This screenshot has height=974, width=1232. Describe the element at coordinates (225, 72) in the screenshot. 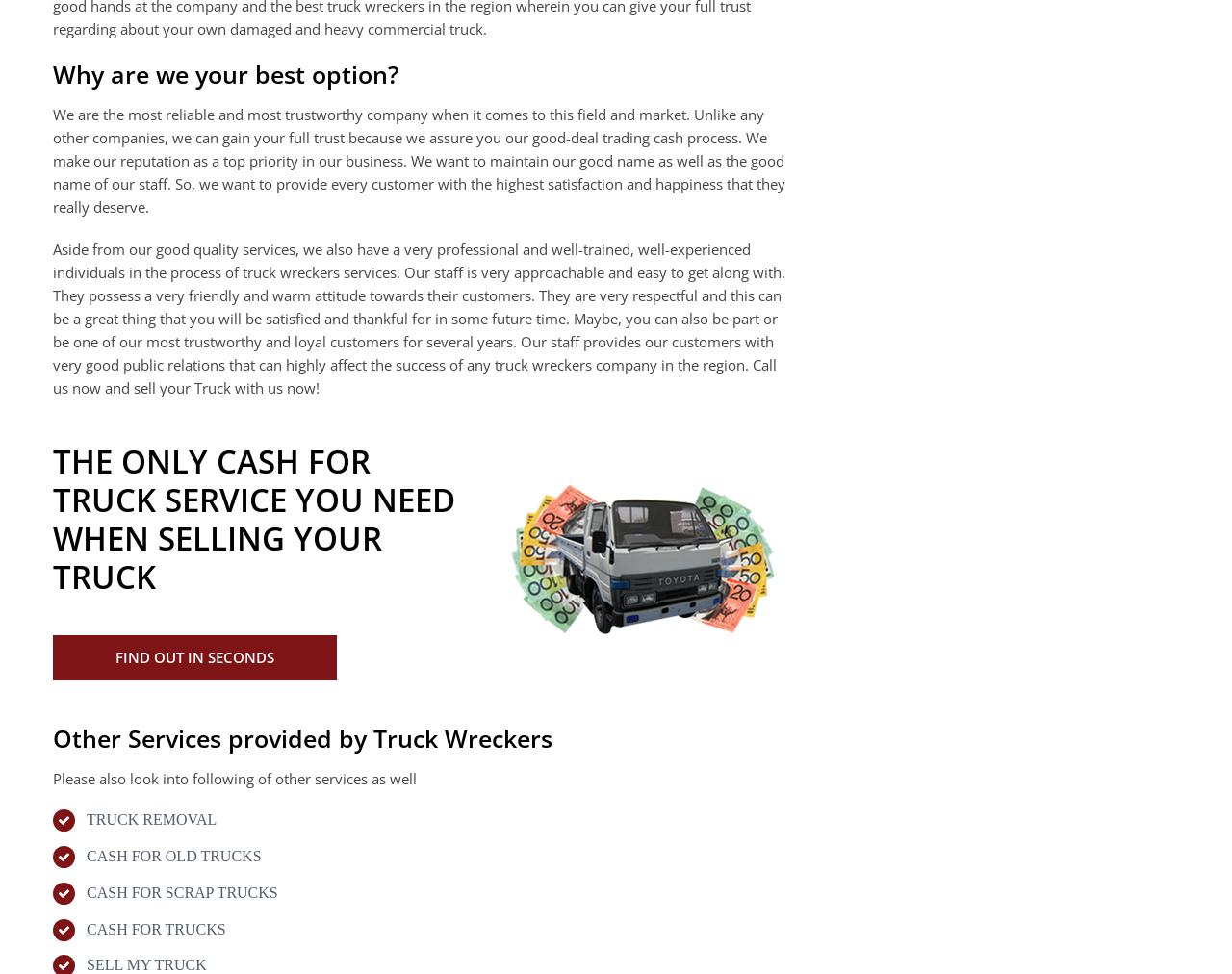

I see `'Why are we your best option?'` at that location.